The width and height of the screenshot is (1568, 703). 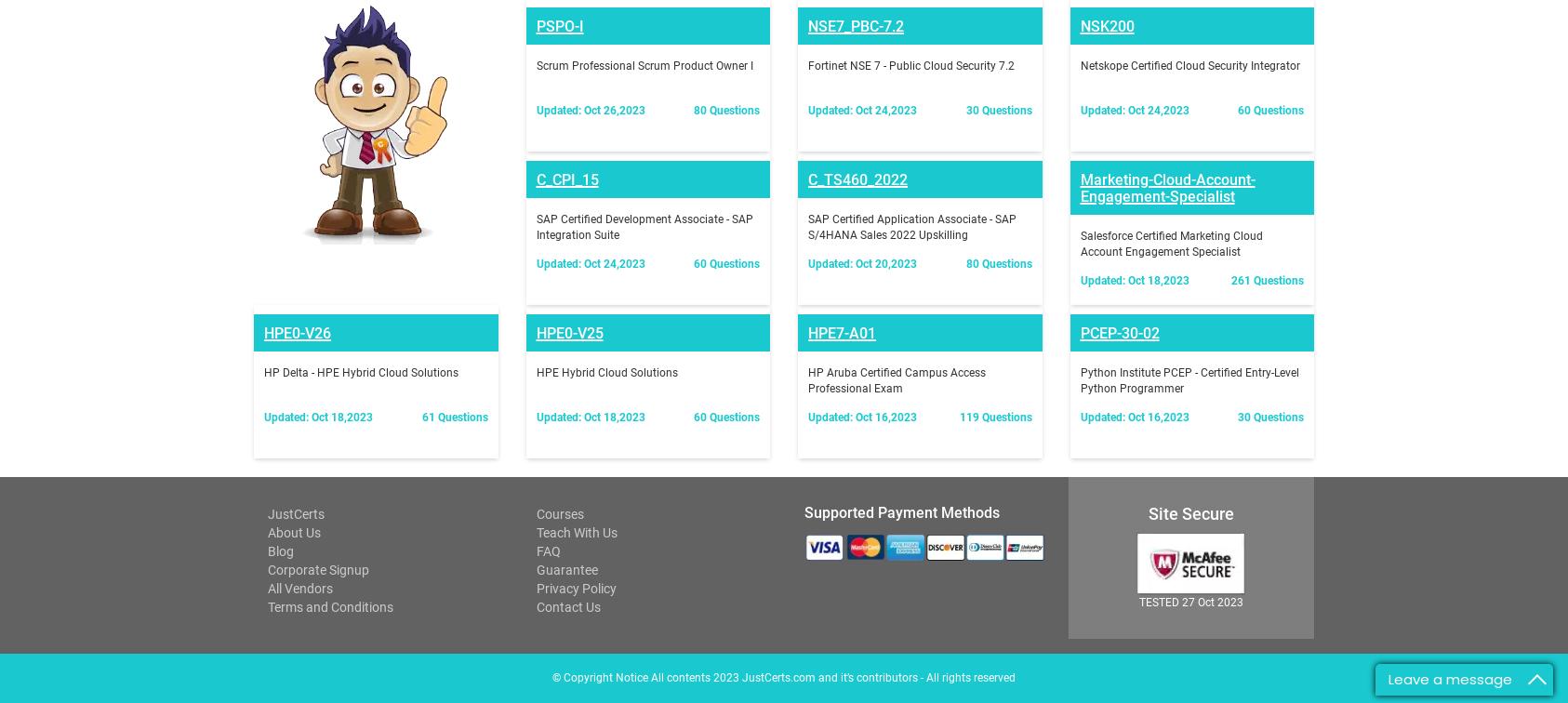 What do you see at coordinates (605, 130) in the screenshot?
I see `'HPE Hybrid Cloud Solutions'` at bounding box center [605, 130].